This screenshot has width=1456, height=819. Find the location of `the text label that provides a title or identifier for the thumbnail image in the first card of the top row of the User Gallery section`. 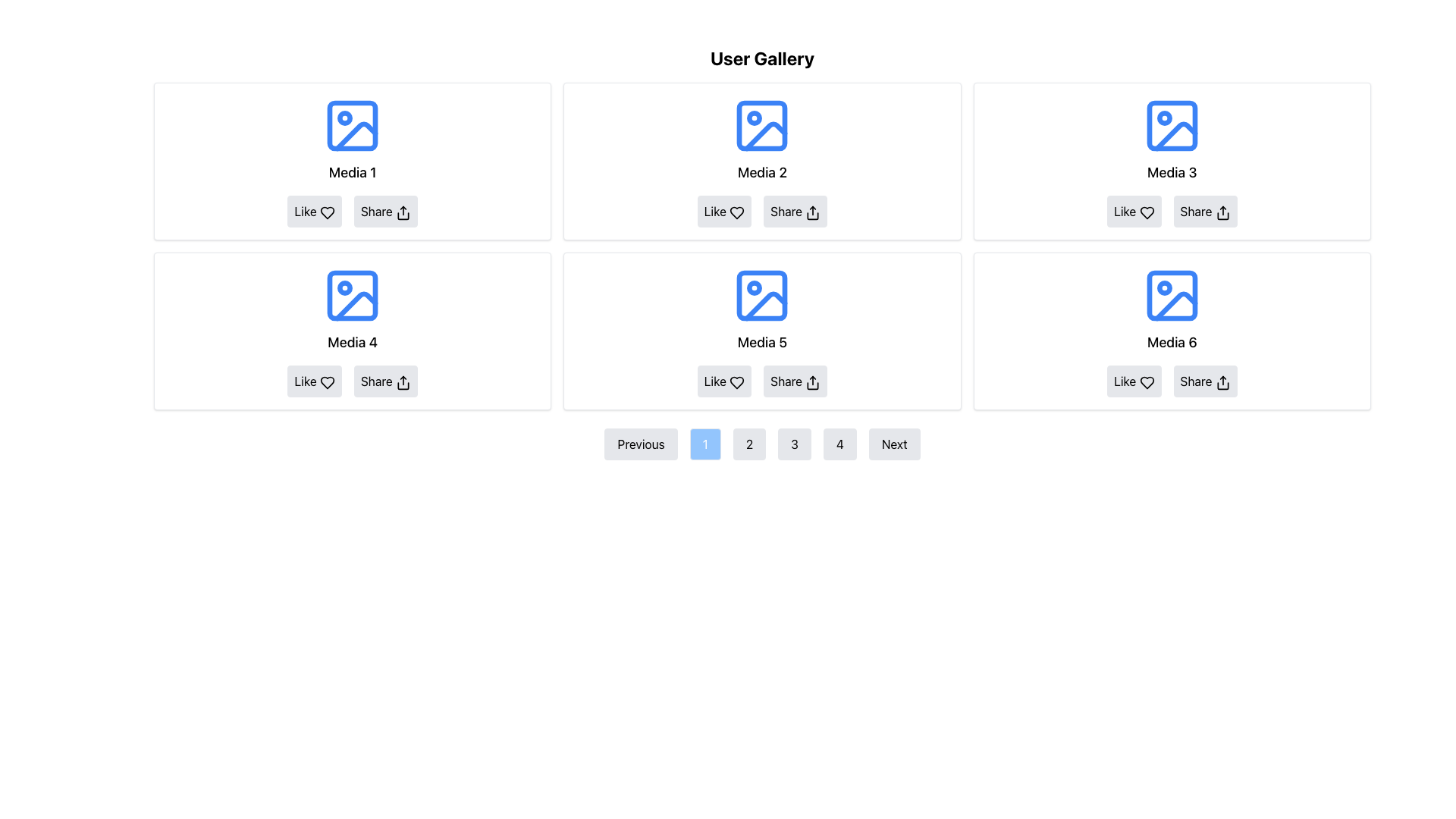

the text label that provides a title or identifier for the thumbnail image in the first card of the top row of the User Gallery section is located at coordinates (352, 171).